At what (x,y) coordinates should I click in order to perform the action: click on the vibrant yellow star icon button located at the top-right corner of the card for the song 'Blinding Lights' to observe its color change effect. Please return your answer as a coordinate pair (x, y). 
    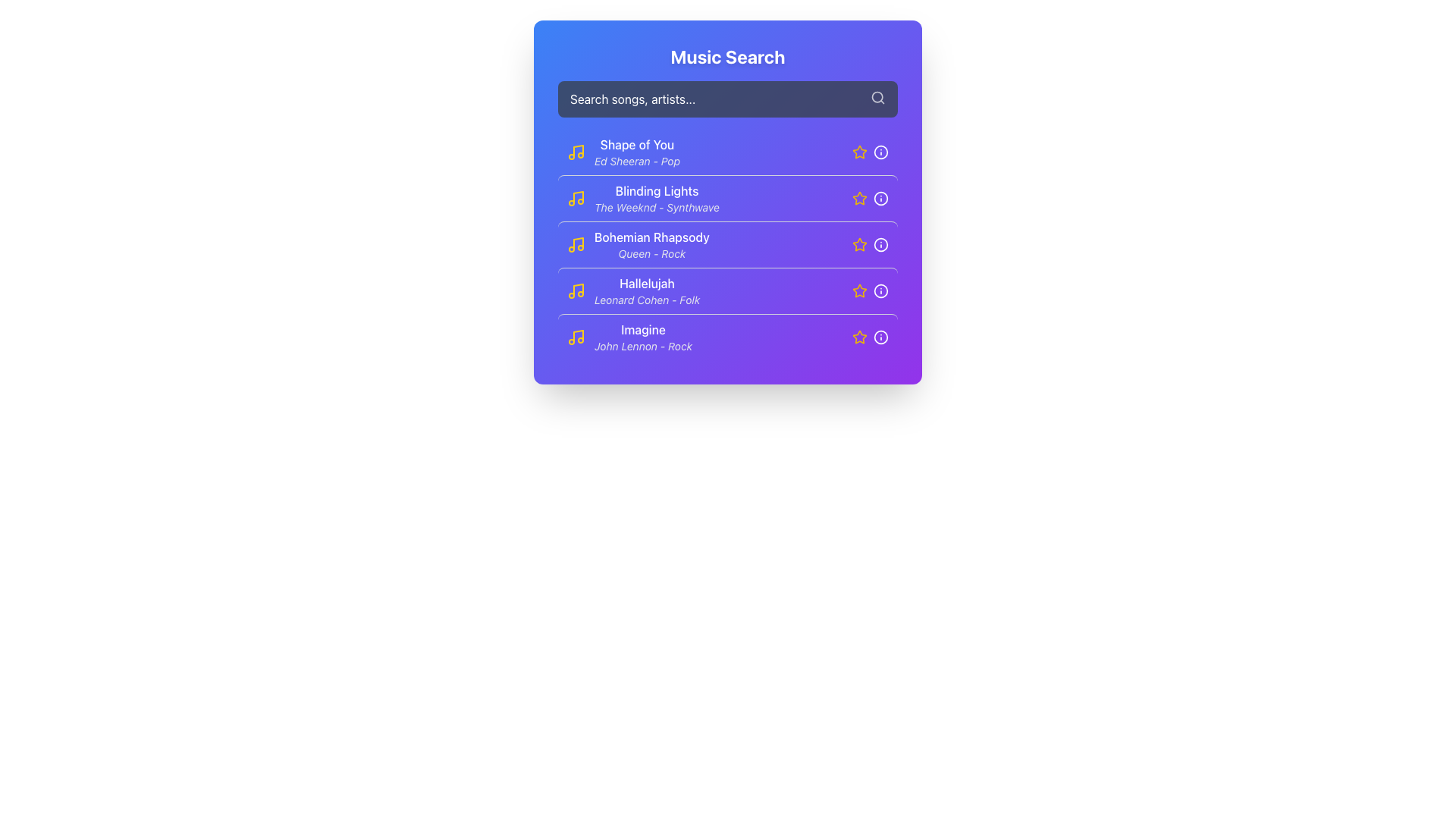
    Looking at the image, I should click on (859, 197).